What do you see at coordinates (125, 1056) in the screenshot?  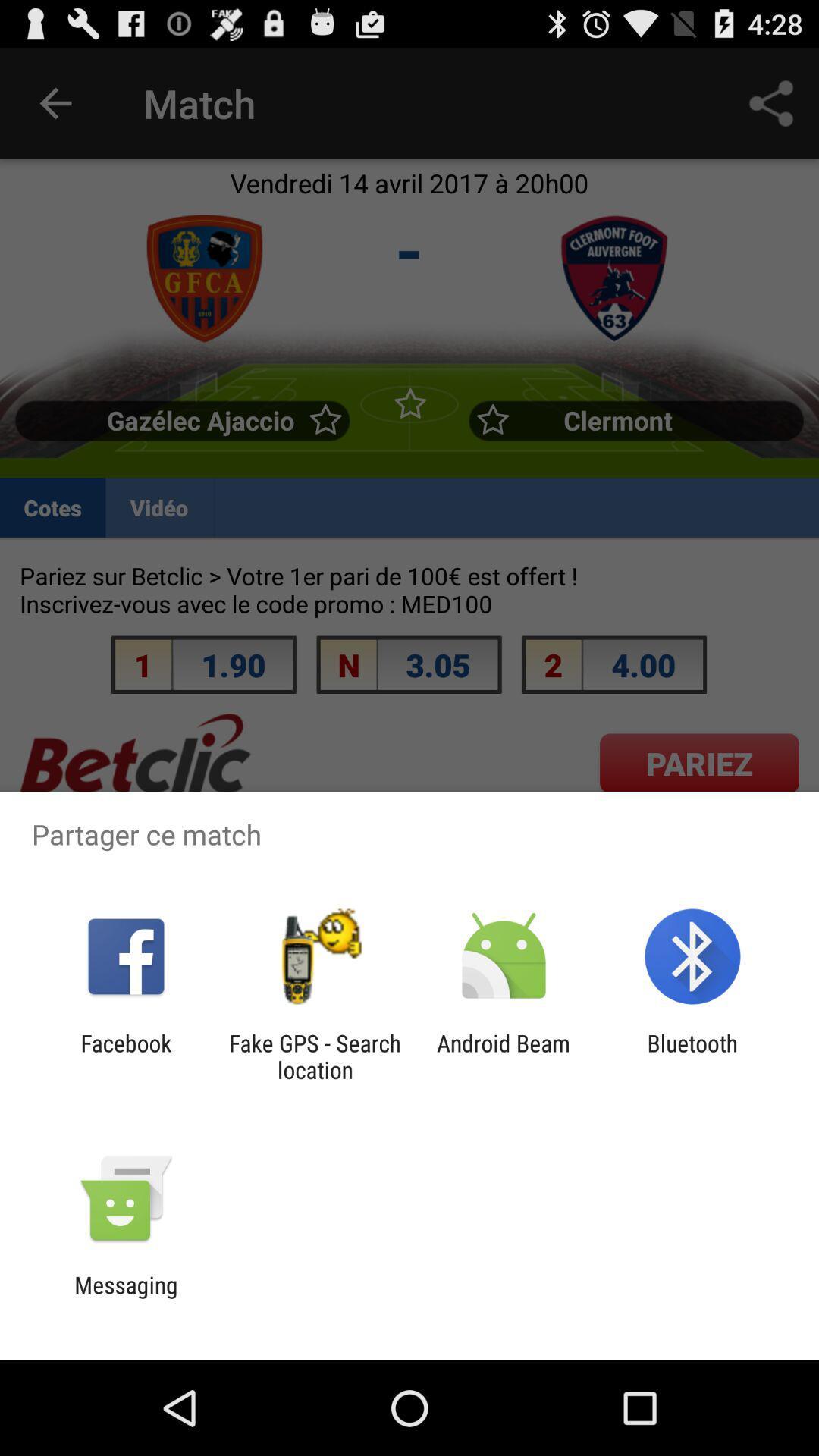 I see `the icon next to fake gps search` at bounding box center [125, 1056].